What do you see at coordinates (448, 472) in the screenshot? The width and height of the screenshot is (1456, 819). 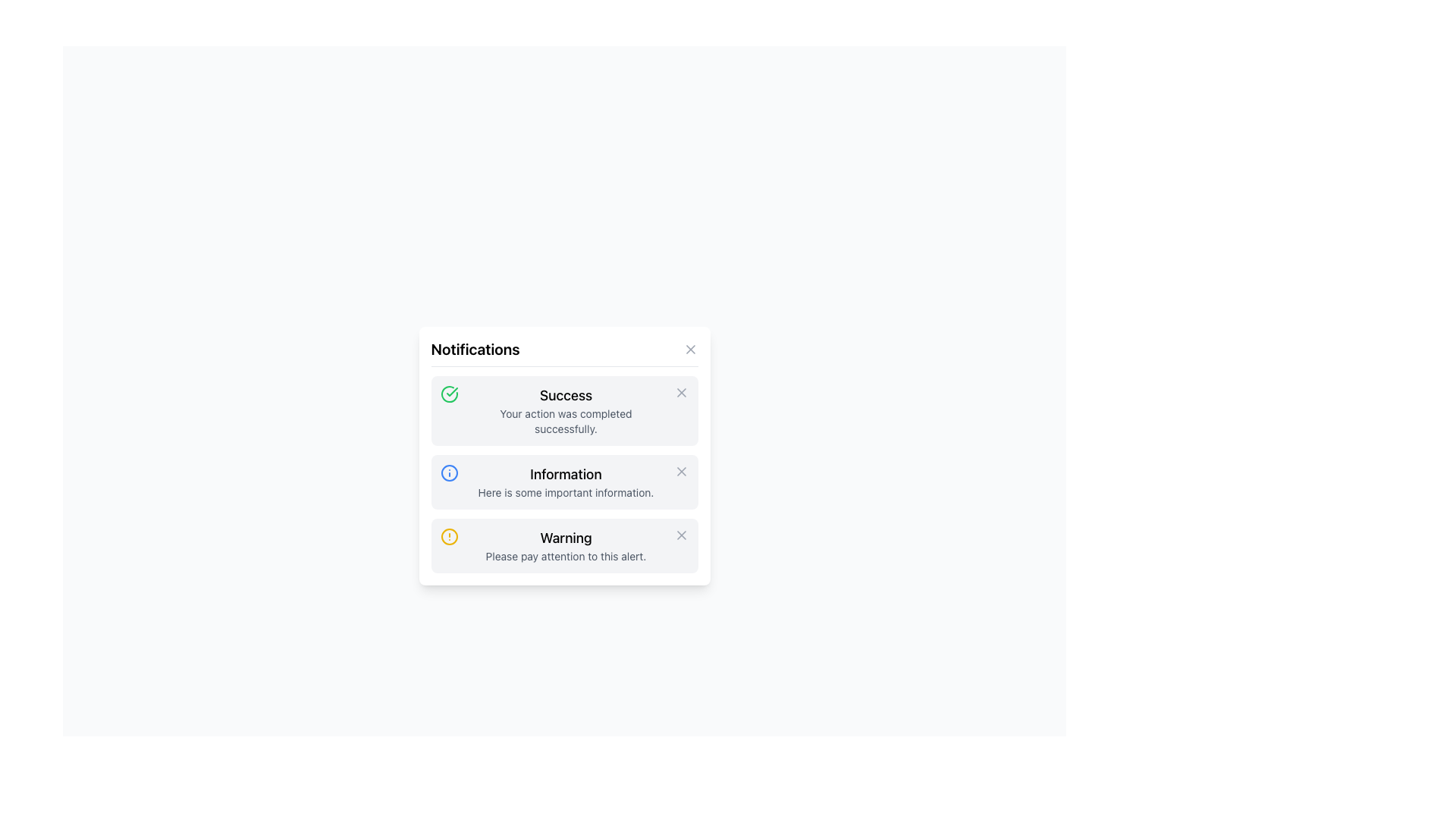 I see `the circular blue information icon located in the notification panel, adjacent to the 'Information' label` at bounding box center [448, 472].